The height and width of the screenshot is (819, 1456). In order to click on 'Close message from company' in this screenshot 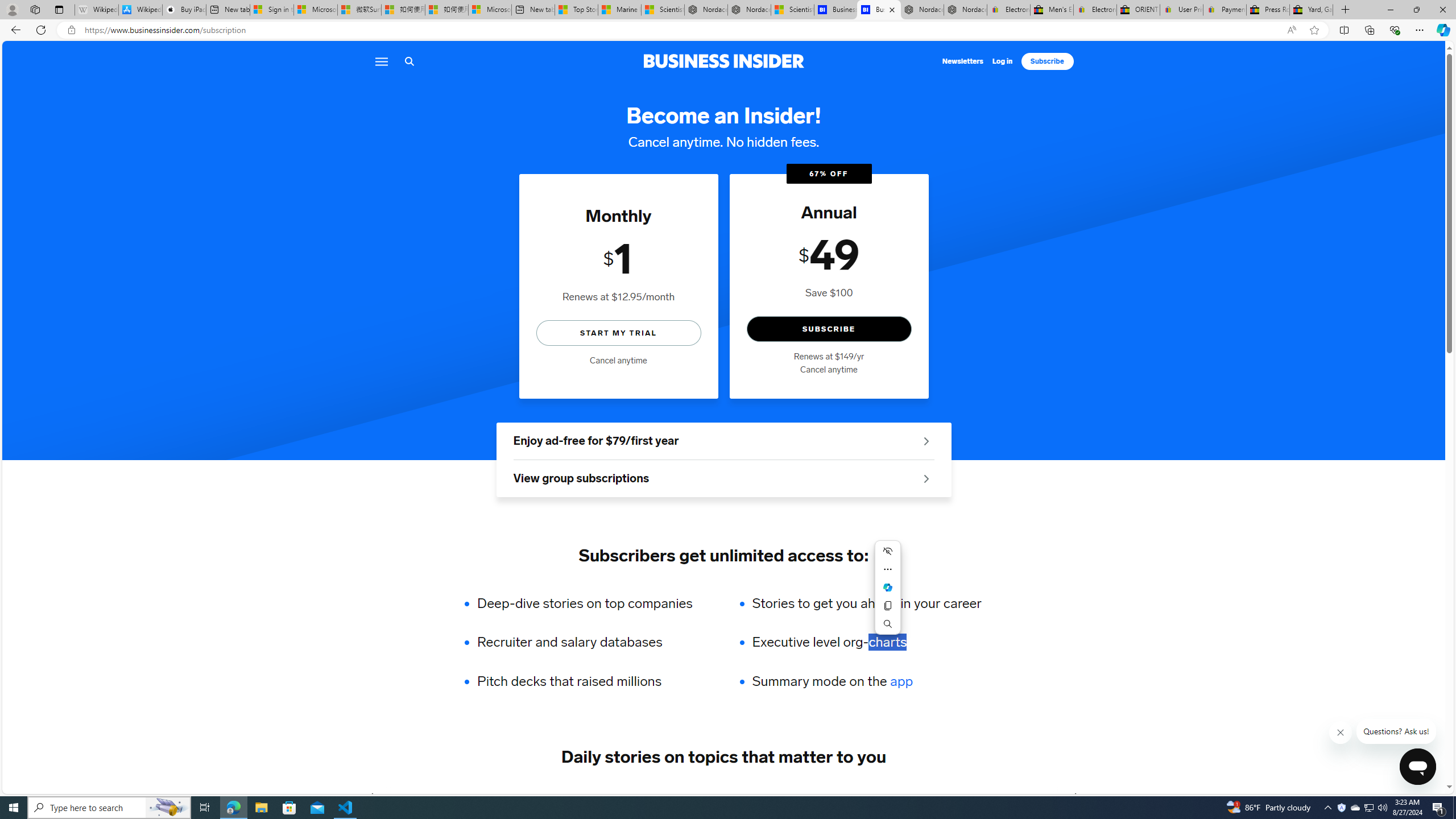, I will do `click(1340, 732)`.